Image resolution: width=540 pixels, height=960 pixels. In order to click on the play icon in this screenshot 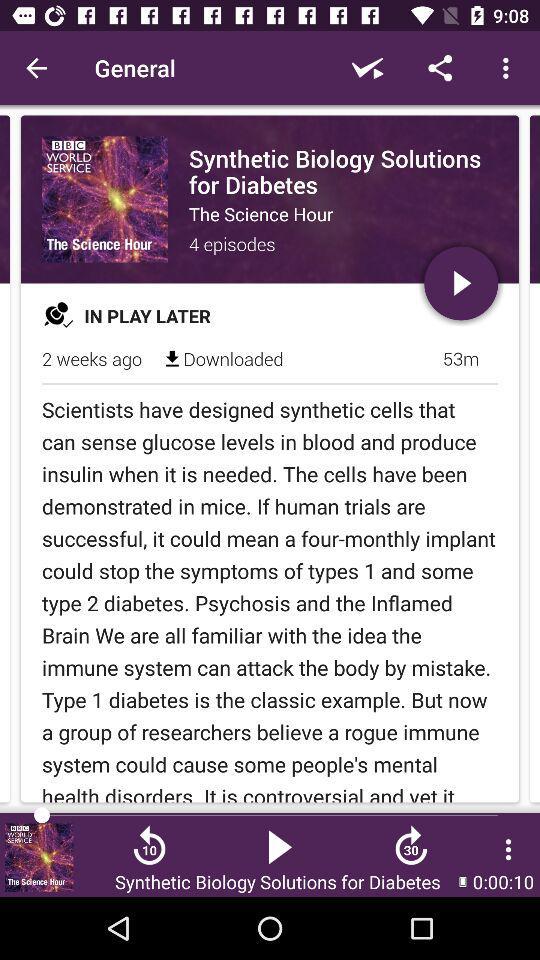, I will do `click(279, 853)`.